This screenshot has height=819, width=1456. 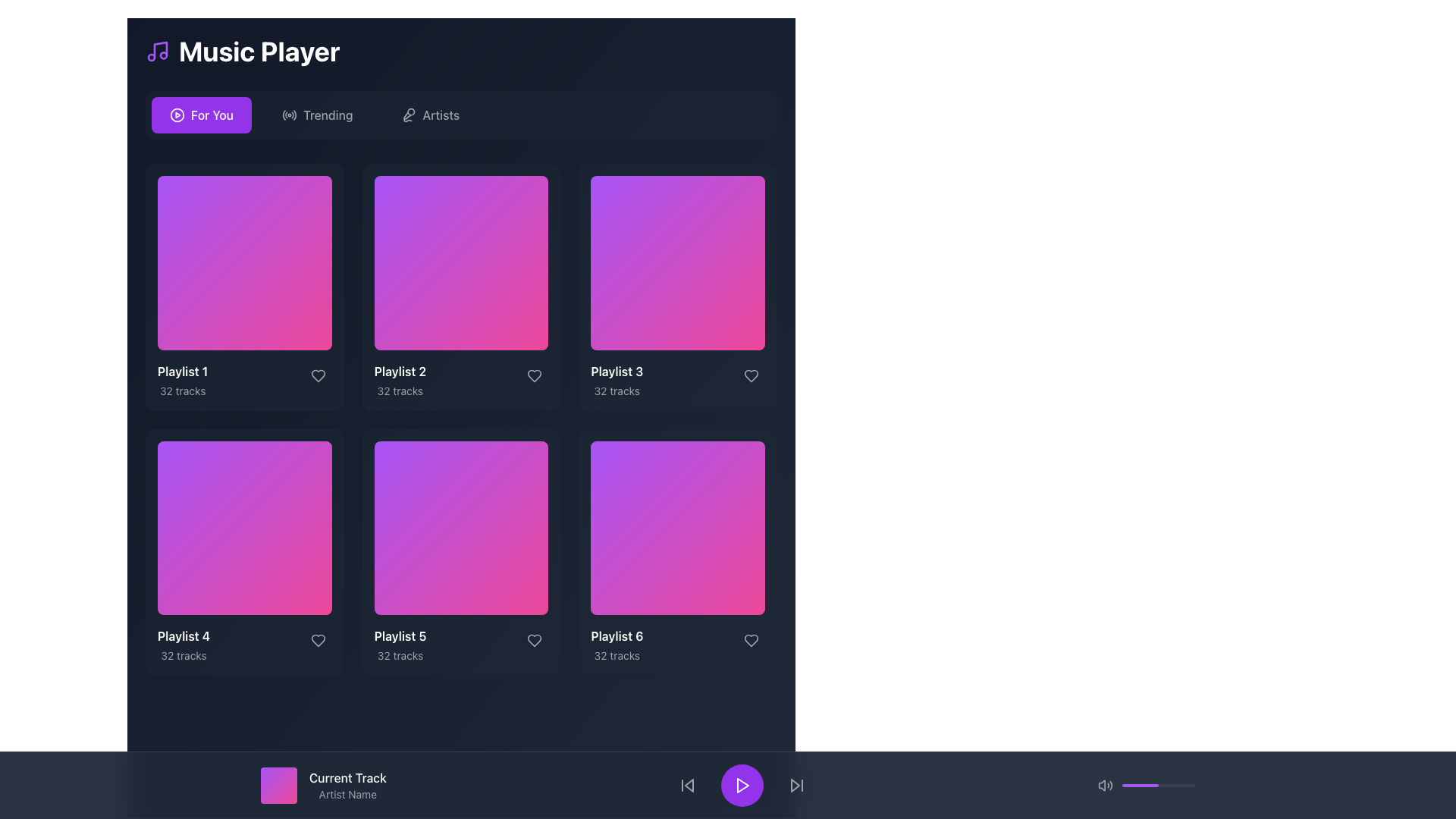 What do you see at coordinates (676, 552) in the screenshot?
I see `the 'Playlist 6' card located in the bottom-right of the grid layout` at bounding box center [676, 552].